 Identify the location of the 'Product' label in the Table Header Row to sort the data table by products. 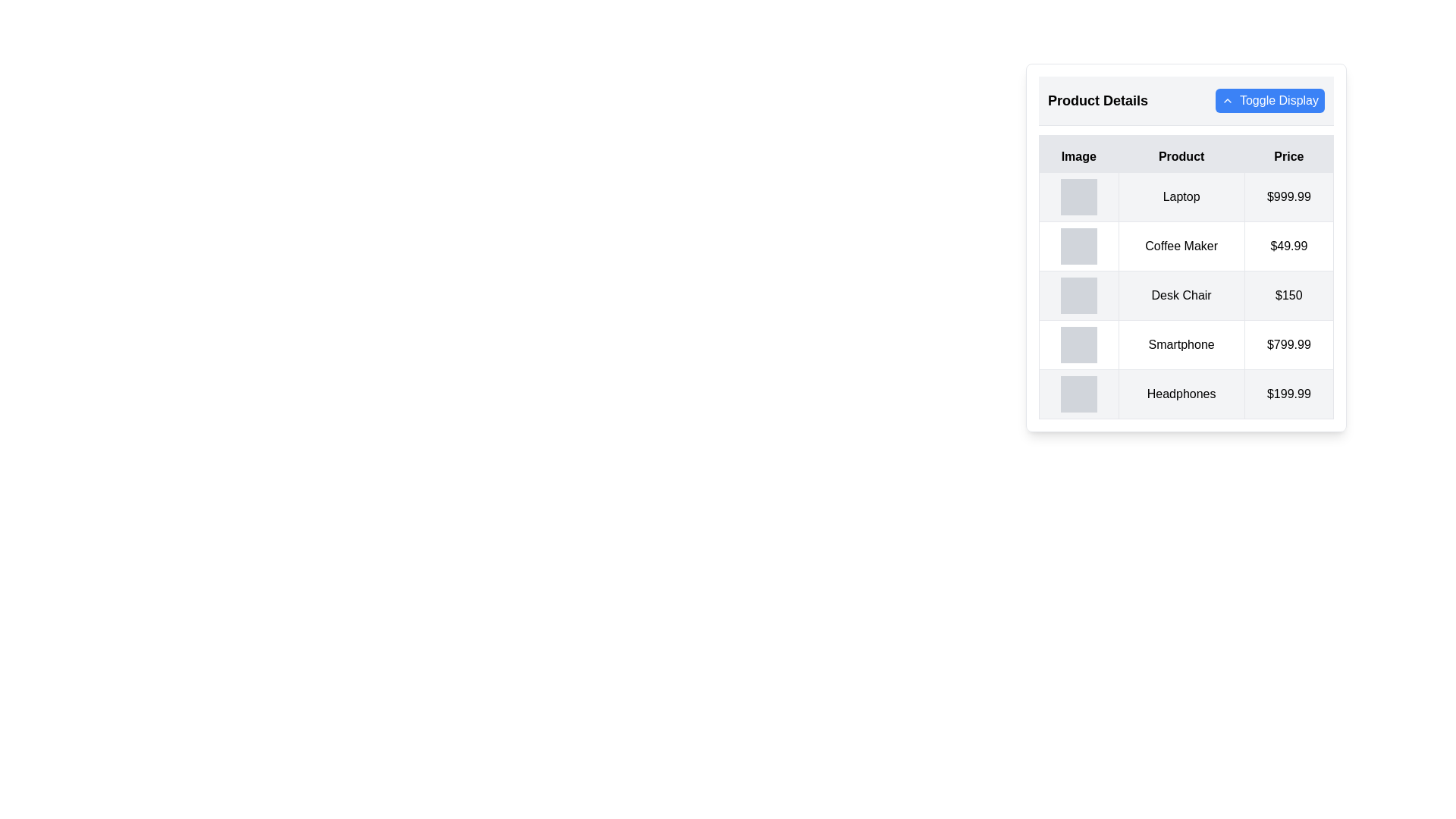
(1185, 154).